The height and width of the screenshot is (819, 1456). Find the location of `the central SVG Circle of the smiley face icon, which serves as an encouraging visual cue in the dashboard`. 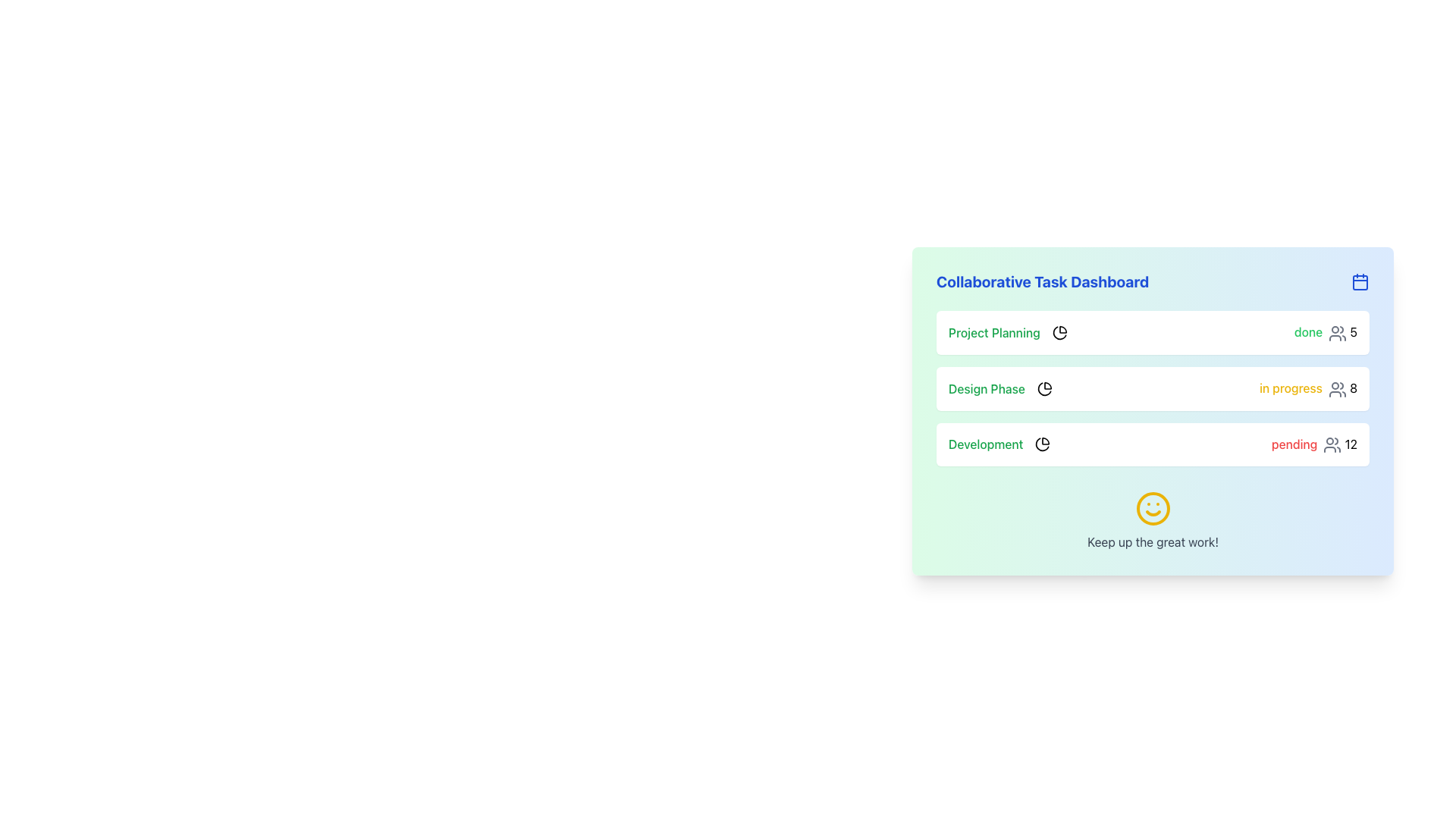

the central SVG Circle of the smiley face icon, which serves as an encouraging visual cue in the dashboard is located at coordinates (1153, 509).